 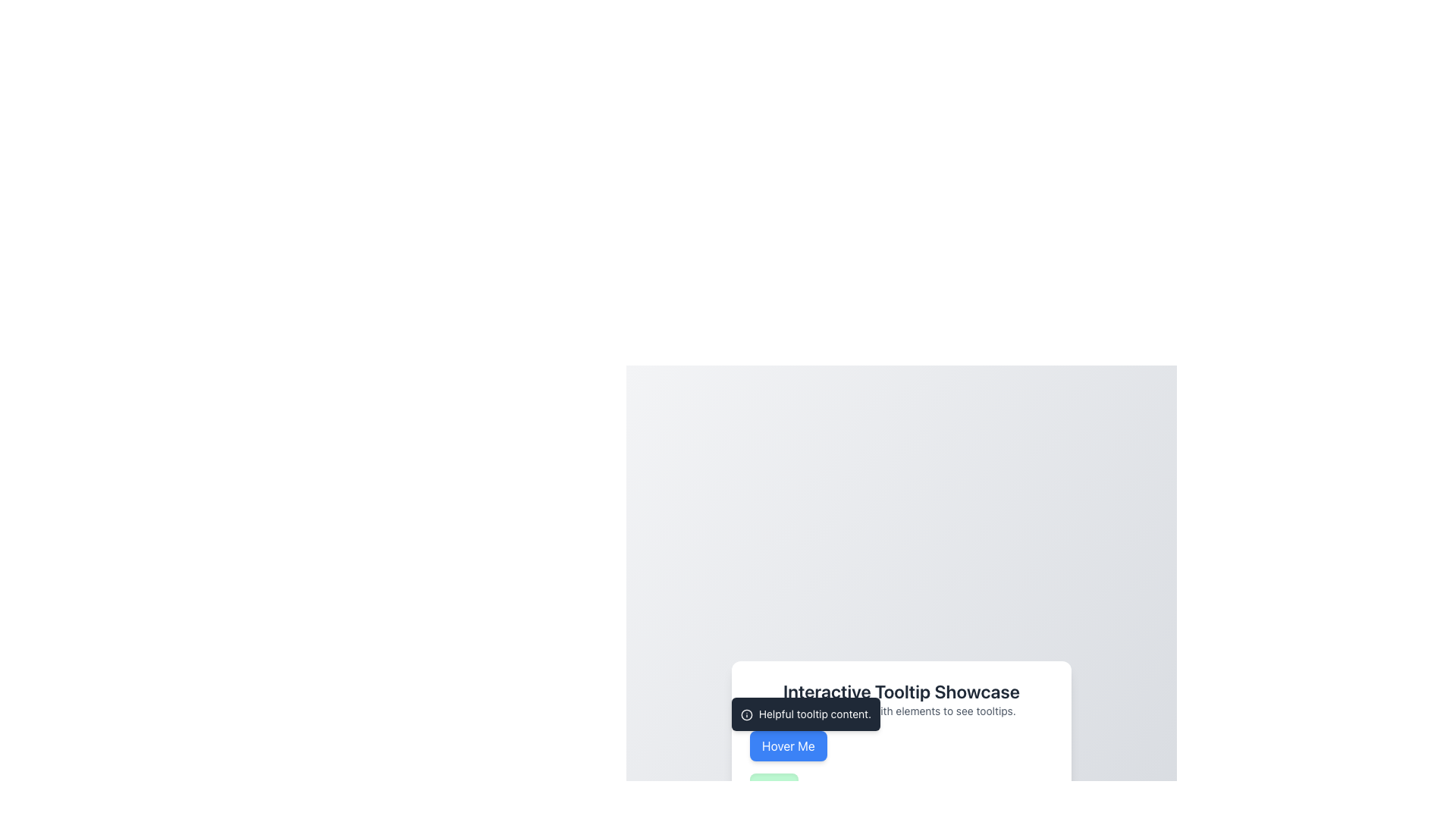 What do you see at coordinates (902, 698) in the screenshot?
I see `text content of the Text display which shows 'Interactive Tooltip Showcase' and 'Hover or interact with elements to see tooltips.'` at bounding box center [902, 698].